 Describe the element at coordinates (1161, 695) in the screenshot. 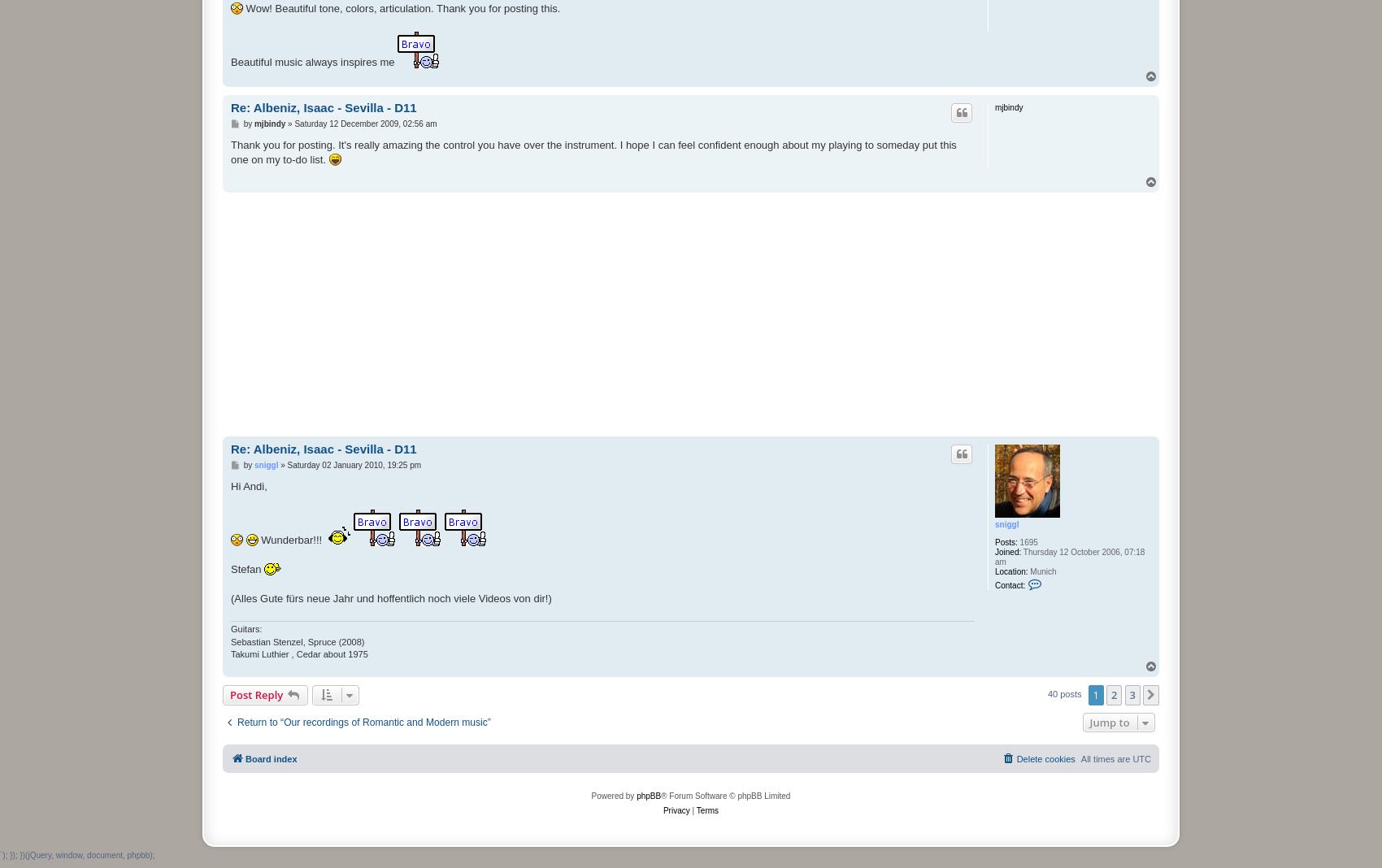

I see `'Next'` at that location.